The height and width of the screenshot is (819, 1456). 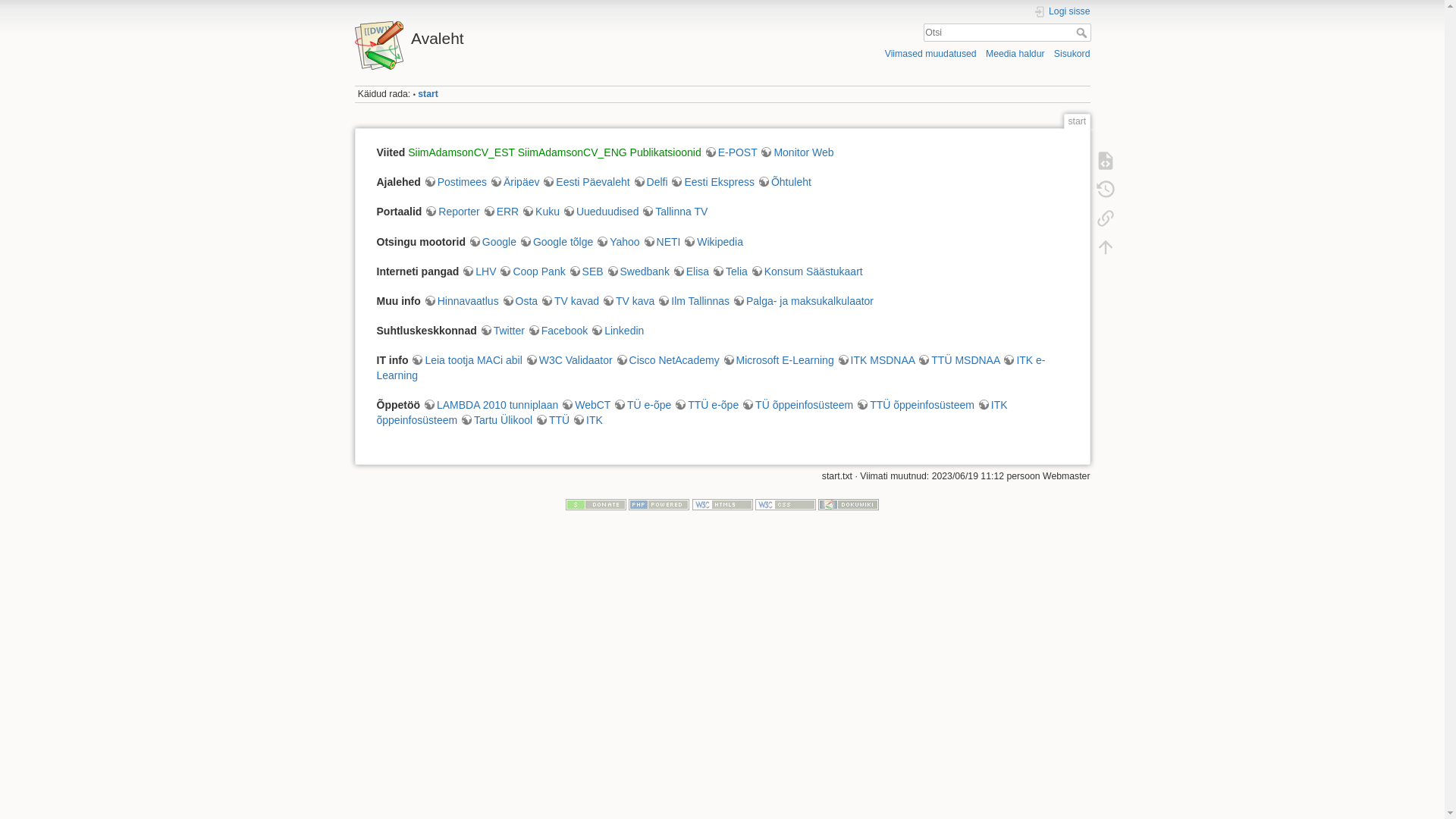 What do you see at coordinates (1061, 11) in the screenshot?
I see `'Logi sisse'` at bounding box center [1061, 11].